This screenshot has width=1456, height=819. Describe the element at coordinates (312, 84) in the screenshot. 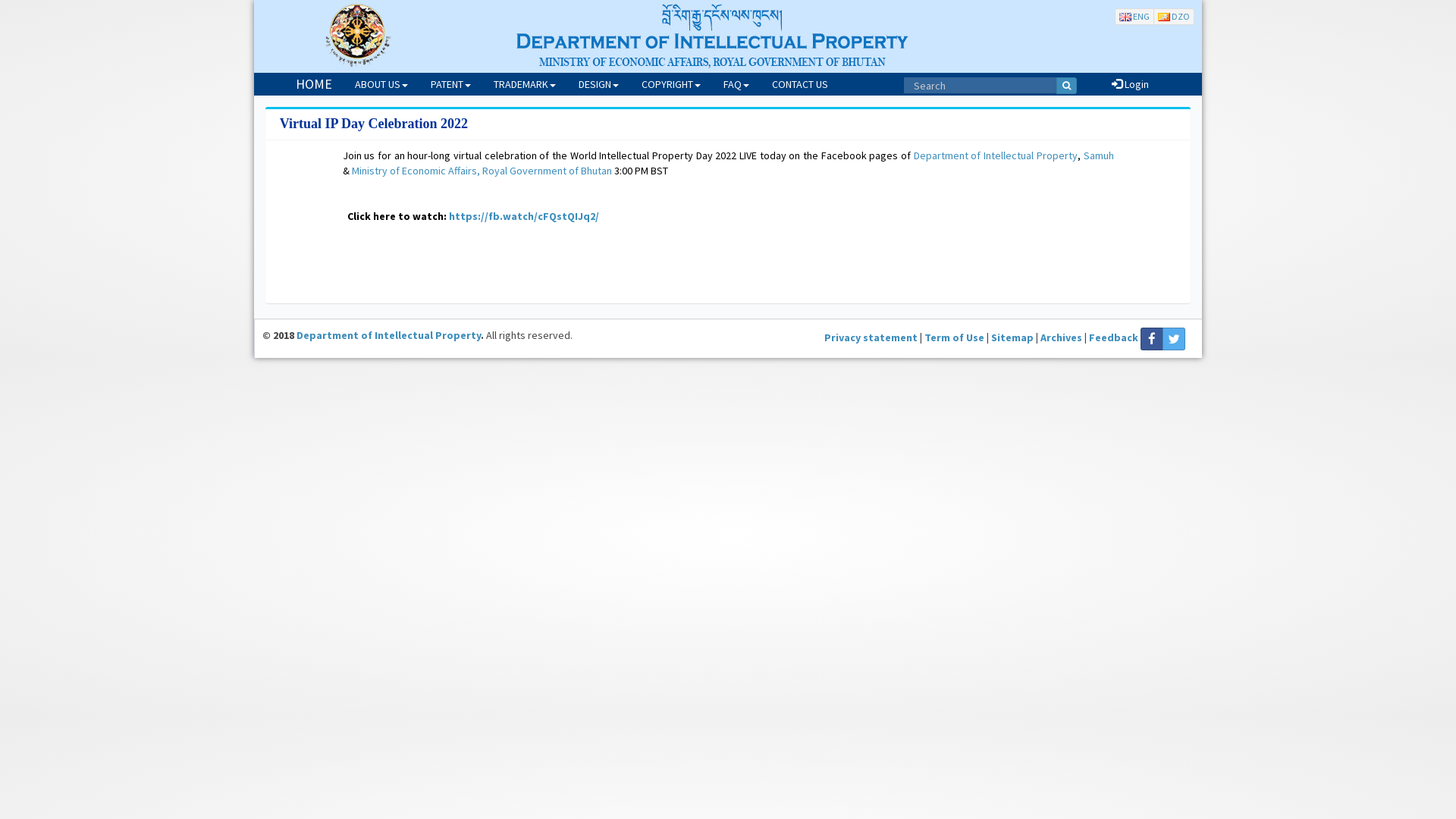

I see `'HOME'` at that location.